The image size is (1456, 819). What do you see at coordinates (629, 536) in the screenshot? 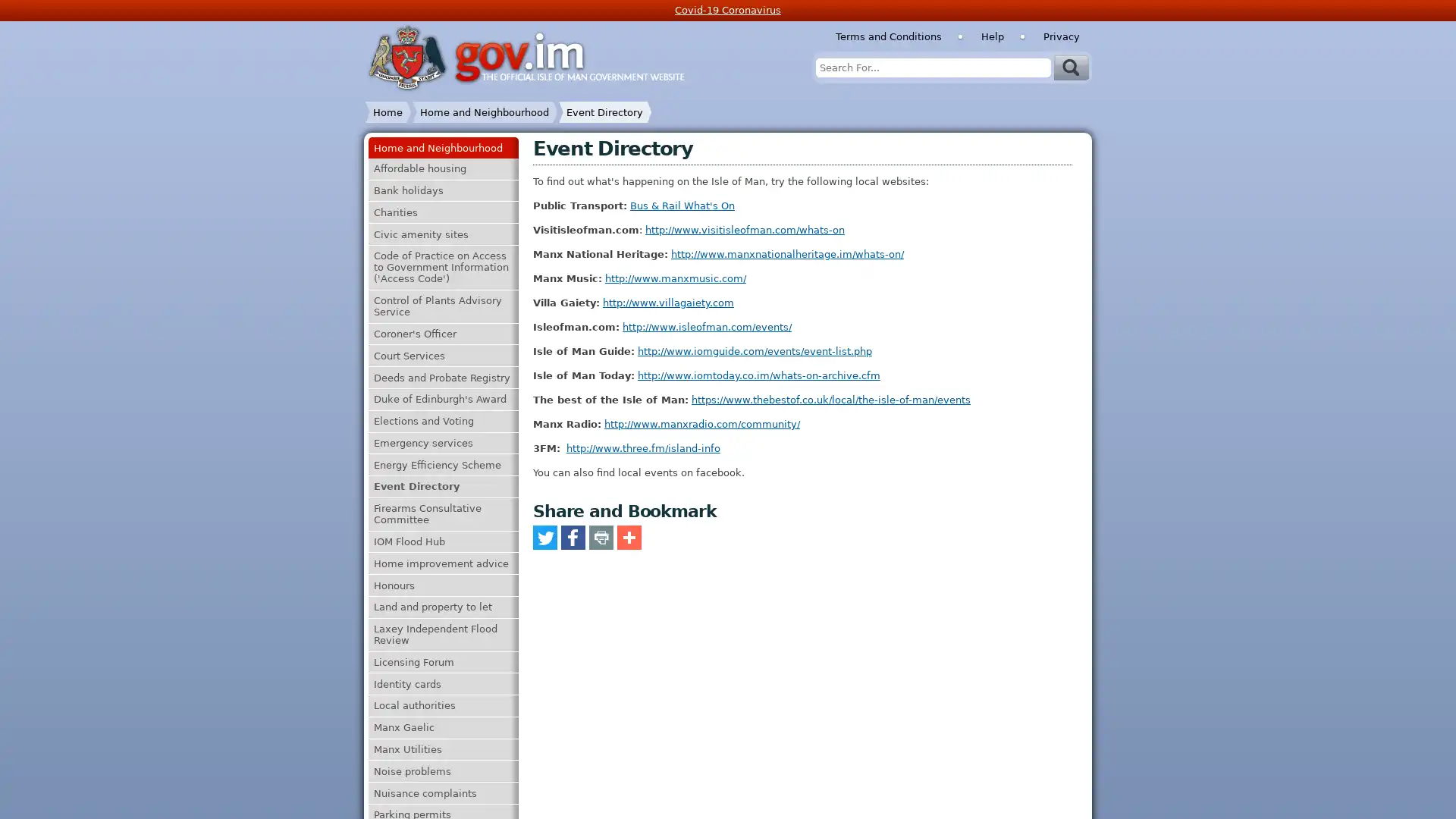
I see `Share to More` at bounding box center [629, 536].